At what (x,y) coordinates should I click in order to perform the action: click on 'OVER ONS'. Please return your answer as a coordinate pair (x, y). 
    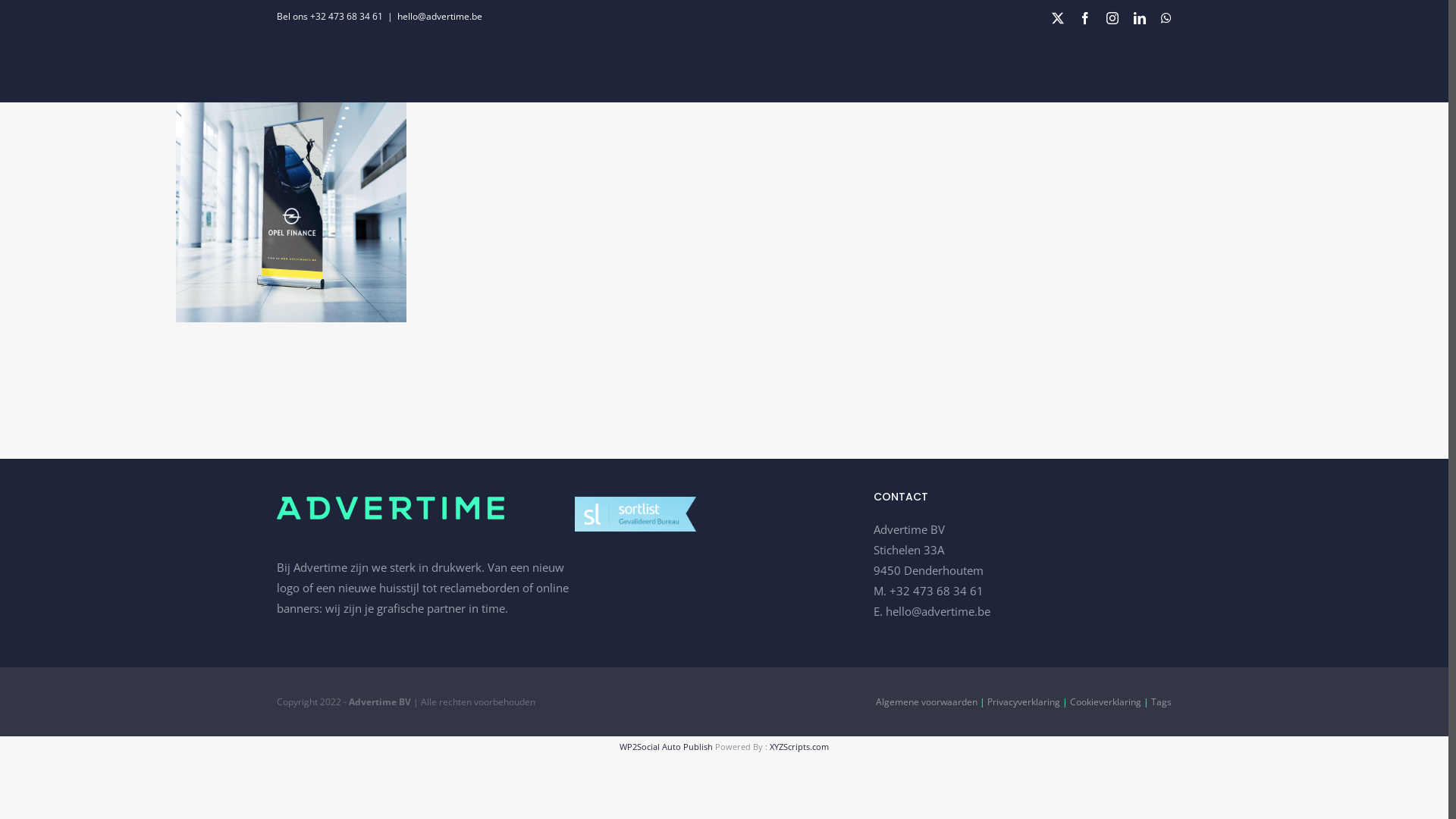
    Looking at the image, I should click on (560, 65).